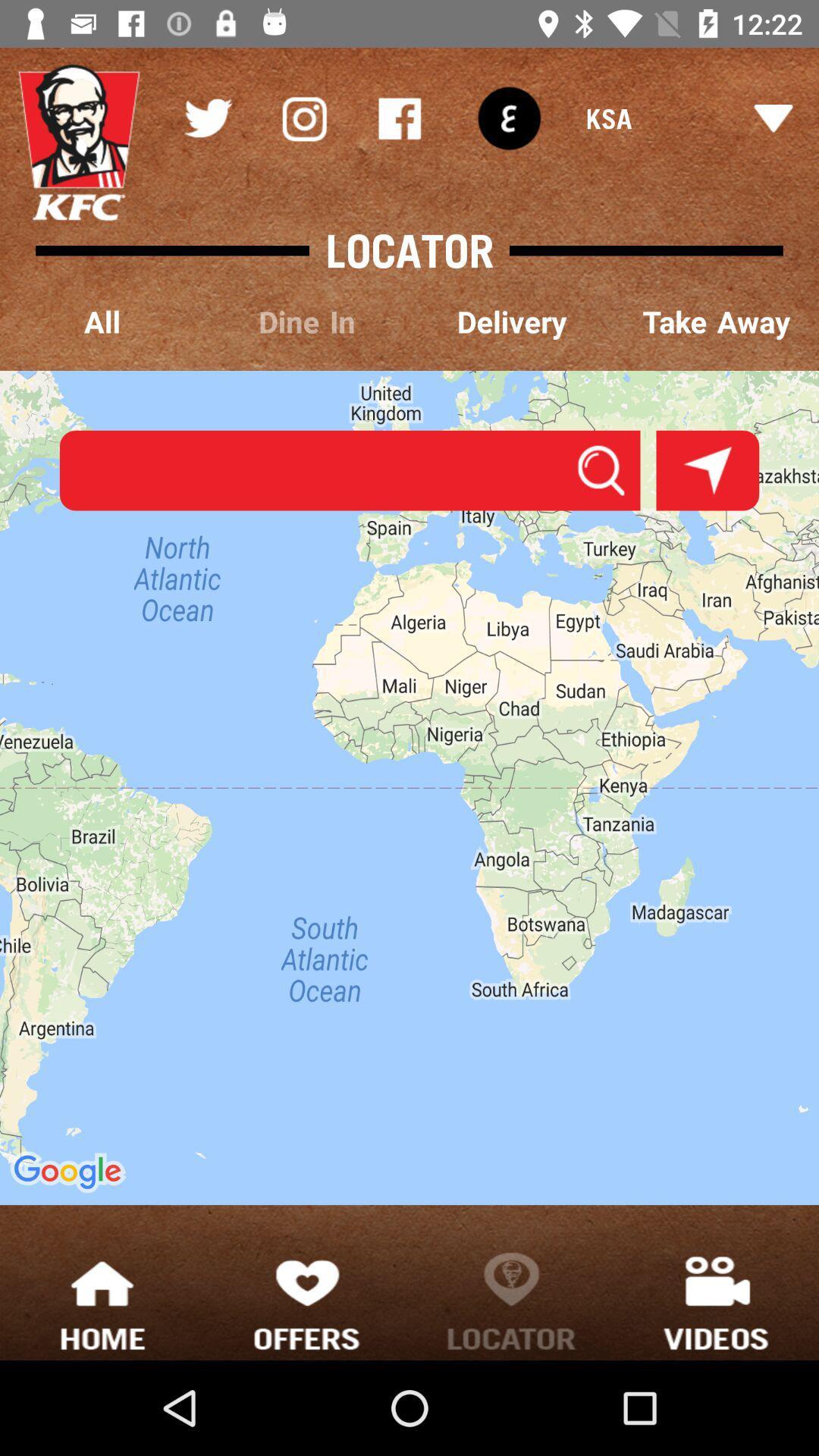 The image size is (819, 1456). I want to click on ksa, so click(689, 118).